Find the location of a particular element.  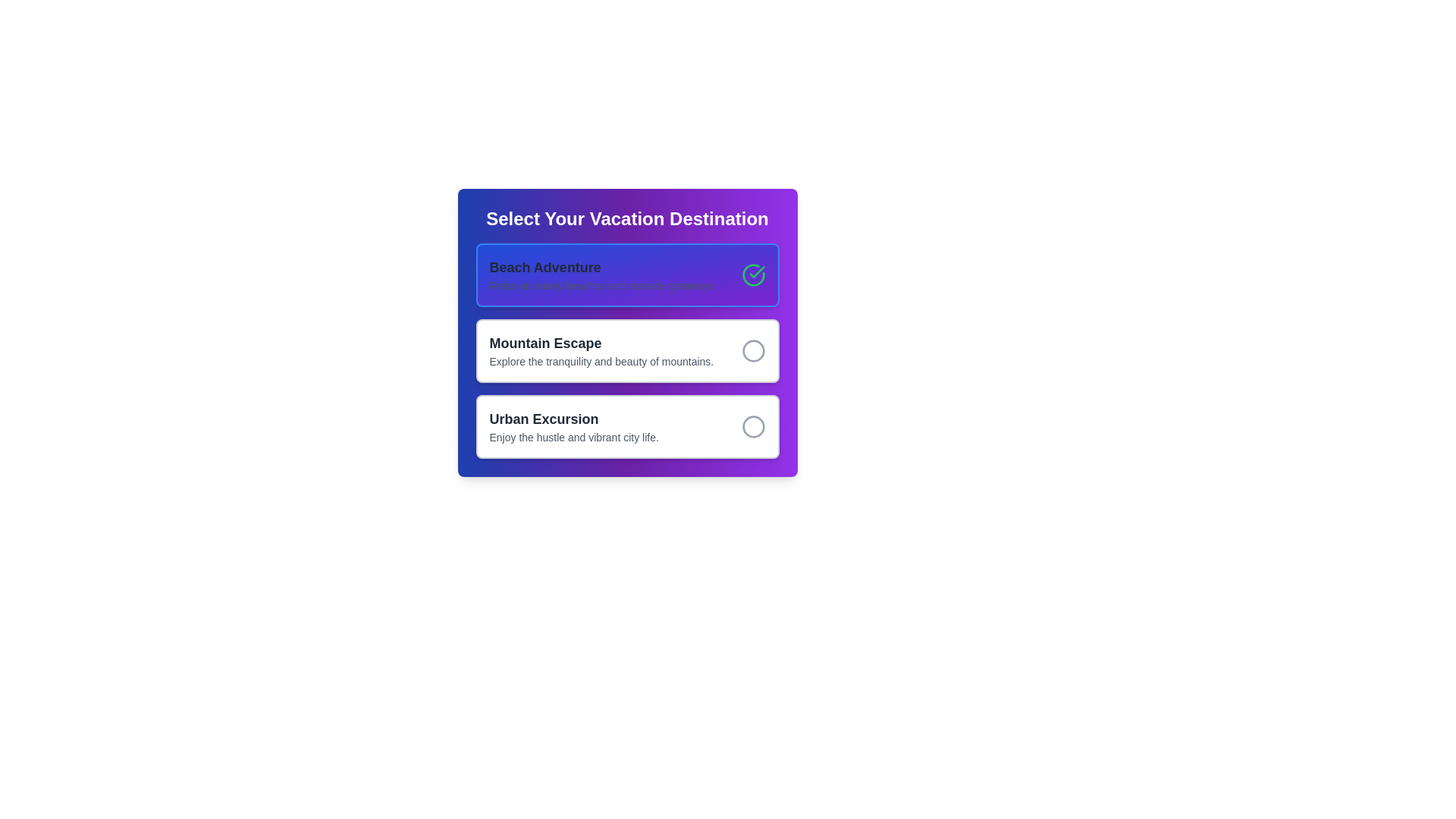

the third radio button labeled 'Urban Excursion' in the vertical list is located at coordinates (627, 427).